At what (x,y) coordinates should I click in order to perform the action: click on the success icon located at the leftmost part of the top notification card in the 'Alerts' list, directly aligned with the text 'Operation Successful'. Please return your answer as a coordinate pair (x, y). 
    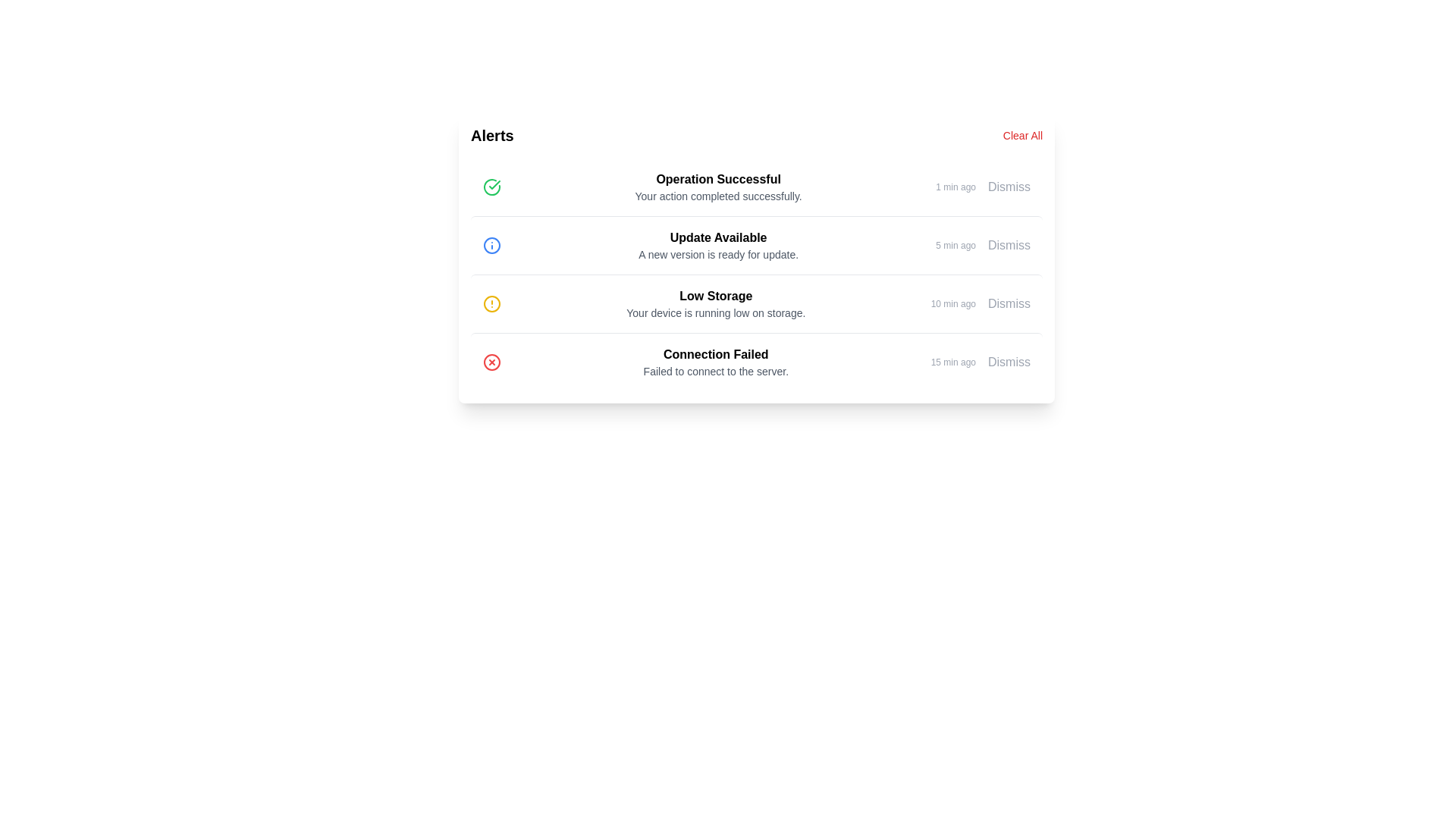
    Looking at the image, I should click on (491, 186).